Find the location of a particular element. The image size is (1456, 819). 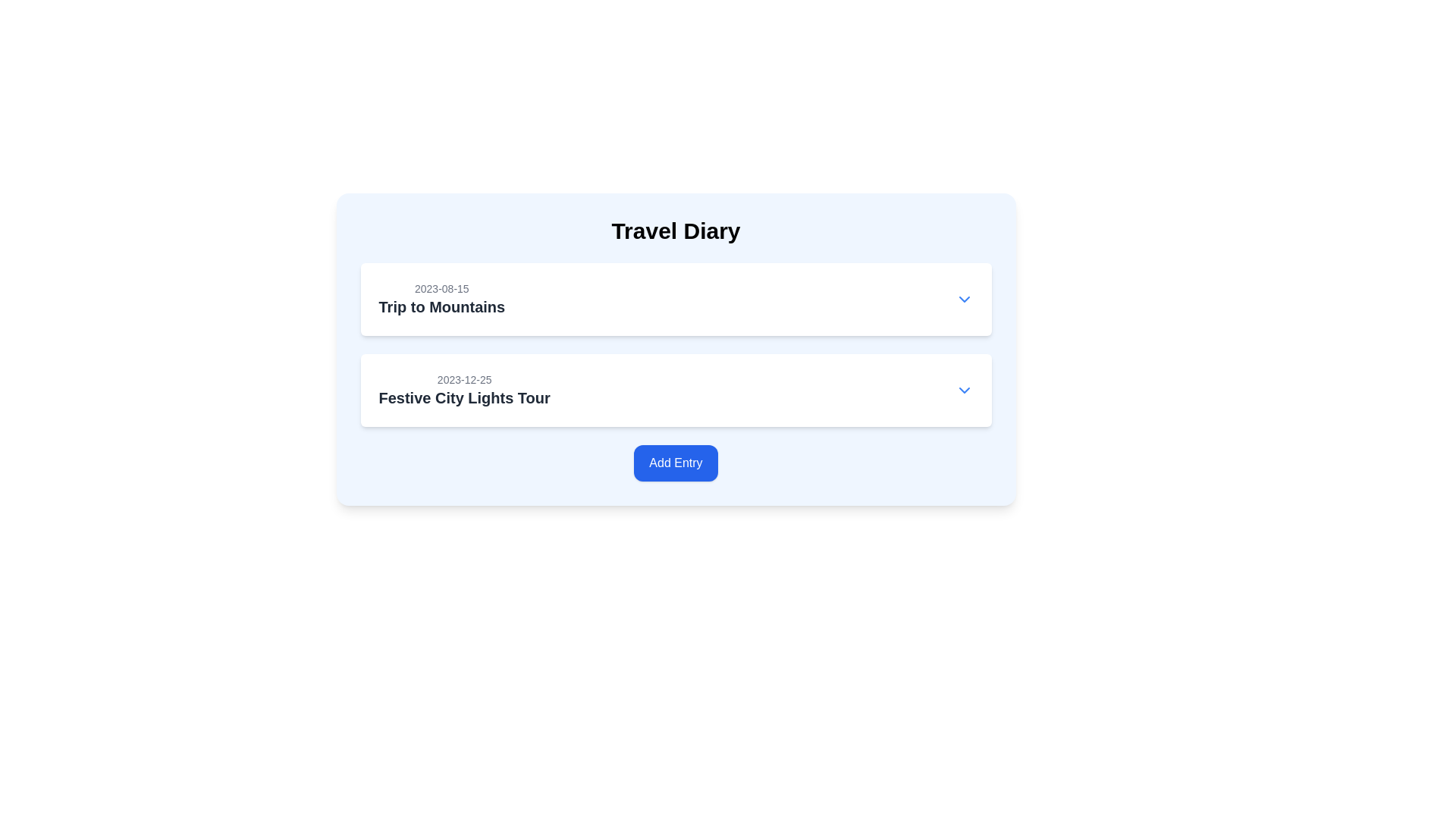

the Label displaying '2023-08-15' and 'Trip to Mountains' in the travel diary interface, which is positioned in the upper section above the entry '2023-12-25 Festive City Lights Tour' is located at coordinates (441, 299).